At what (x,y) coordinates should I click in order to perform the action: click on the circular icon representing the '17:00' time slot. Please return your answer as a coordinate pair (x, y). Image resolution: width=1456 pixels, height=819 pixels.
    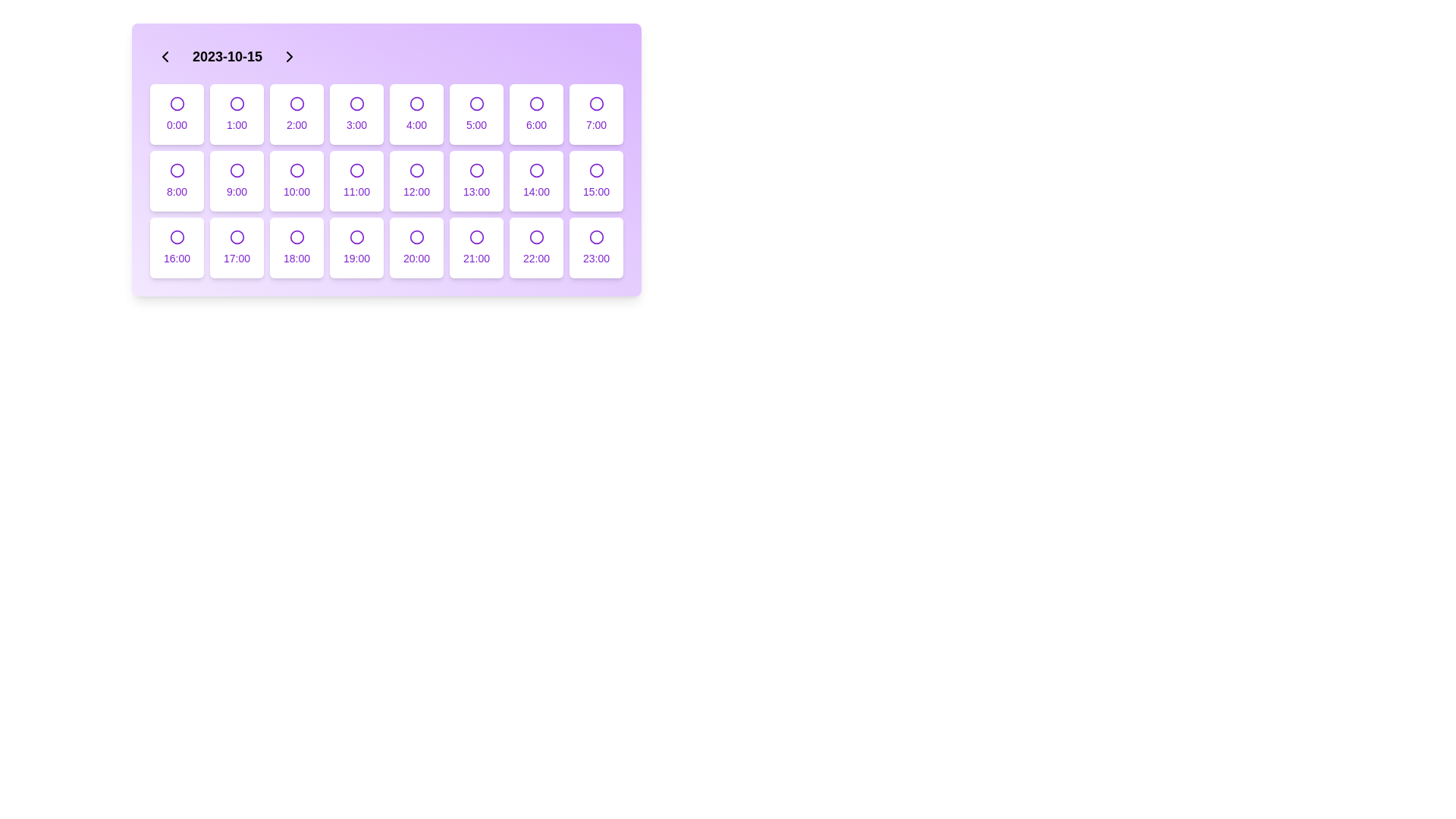
    Looking at the image, I should click on (236, 237).